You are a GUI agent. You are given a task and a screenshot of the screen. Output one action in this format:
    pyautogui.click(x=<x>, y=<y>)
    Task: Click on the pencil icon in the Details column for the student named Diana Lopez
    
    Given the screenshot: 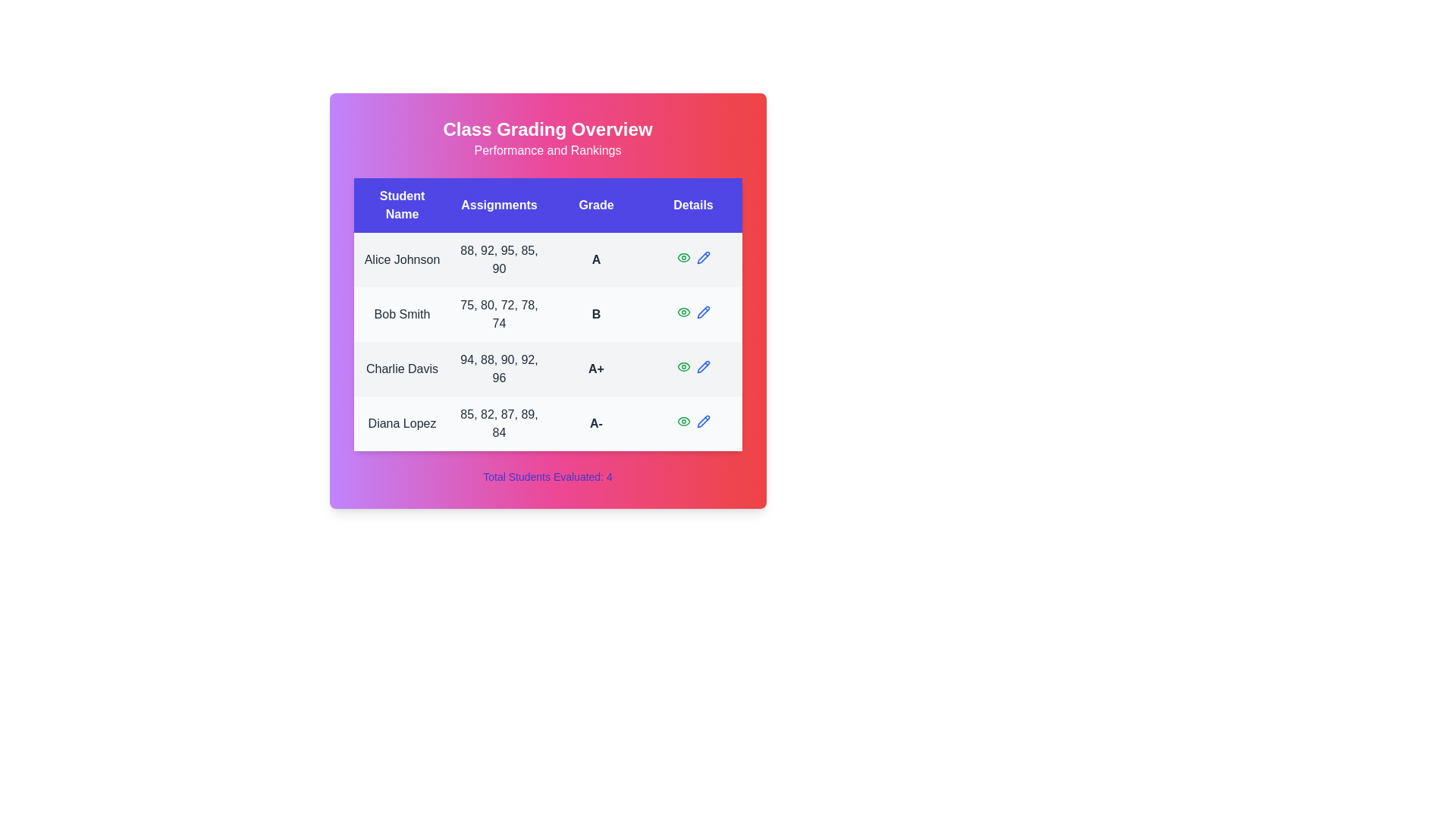 What is the action you would take?
    pyautogui.click(x=702, y=421)
    